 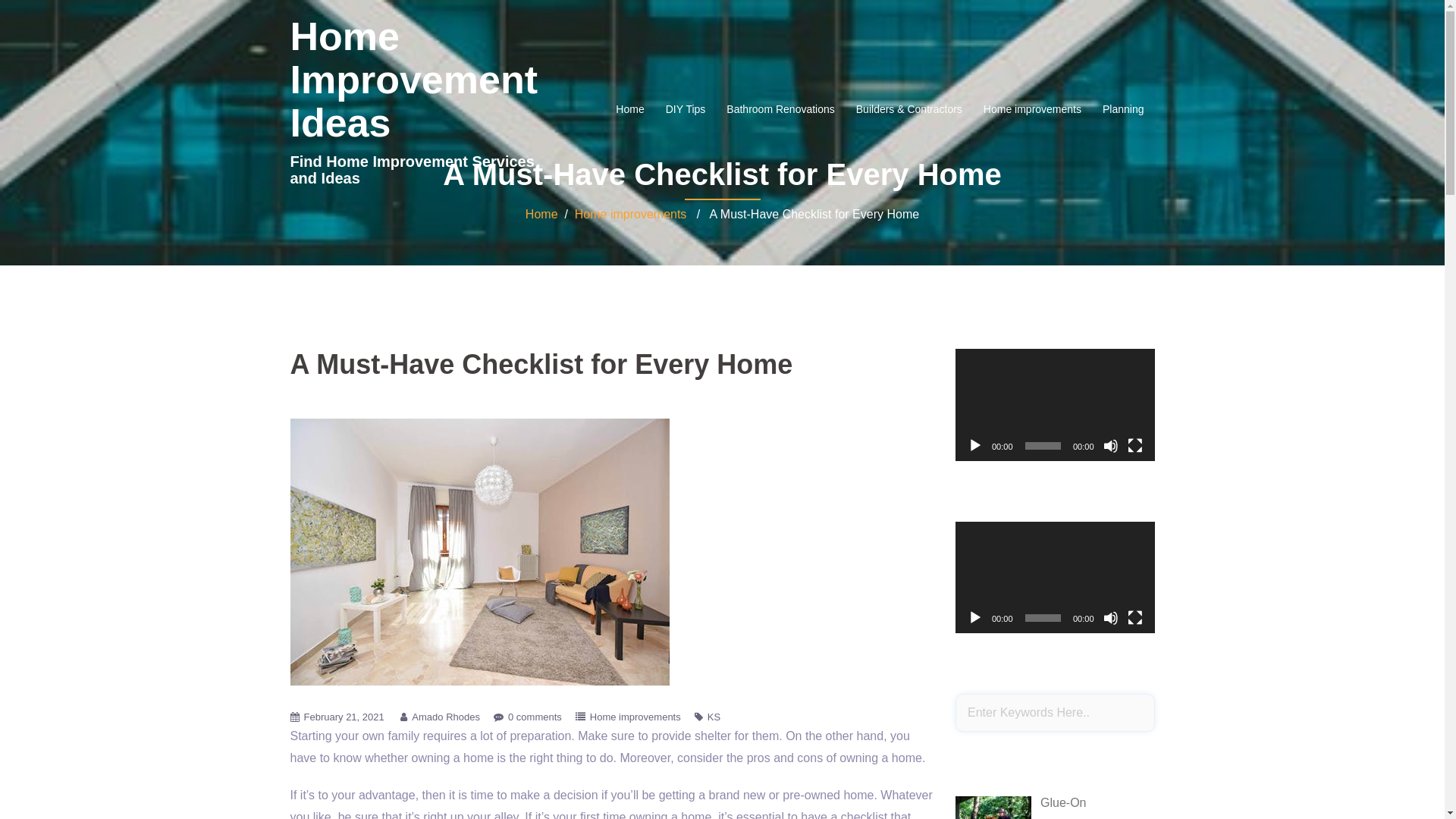 What do you see at coordinates (535, 717) in the screenshot?
I see `'0 comments'` at bounding box center [535, 717].